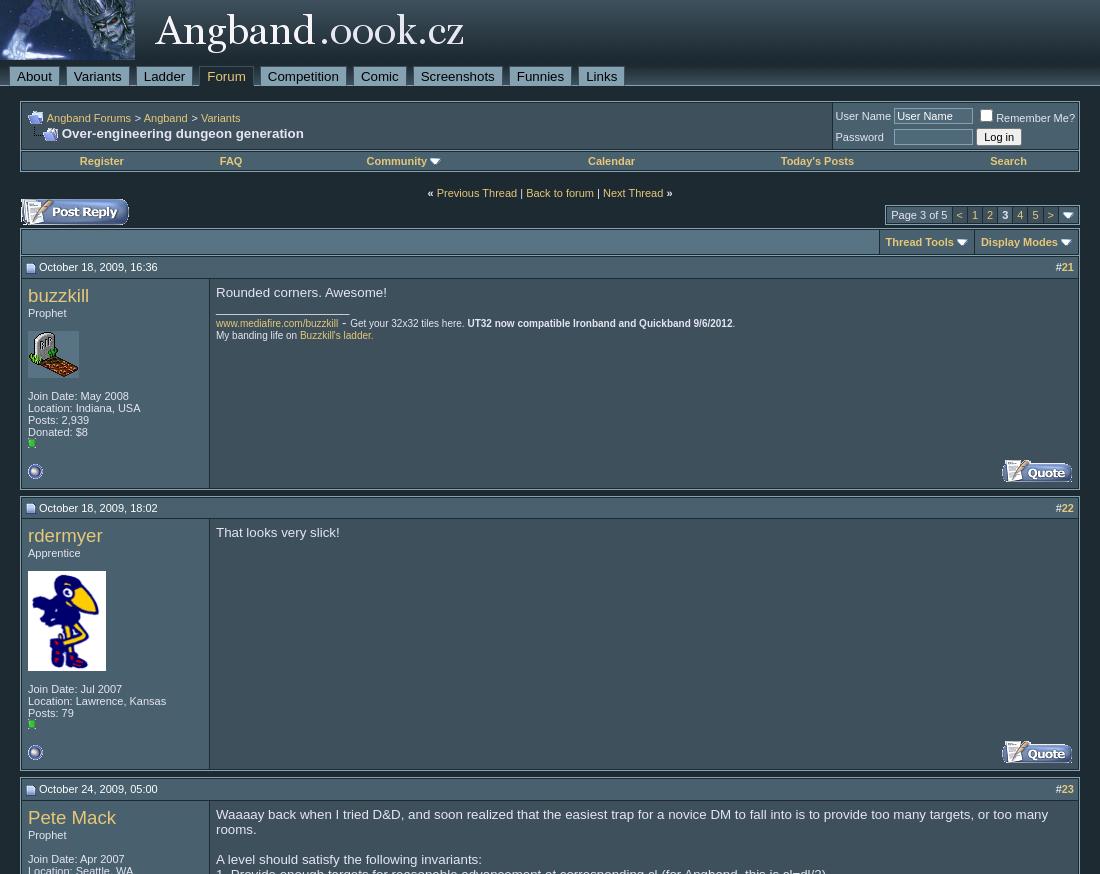 Image resolution: width=1100 pixels, height=874 pixels. What do you see at coordinates (27, 688) in the screenshot?
I see `'Join Date: Jul 2007'` at bounding box center [27, 688].